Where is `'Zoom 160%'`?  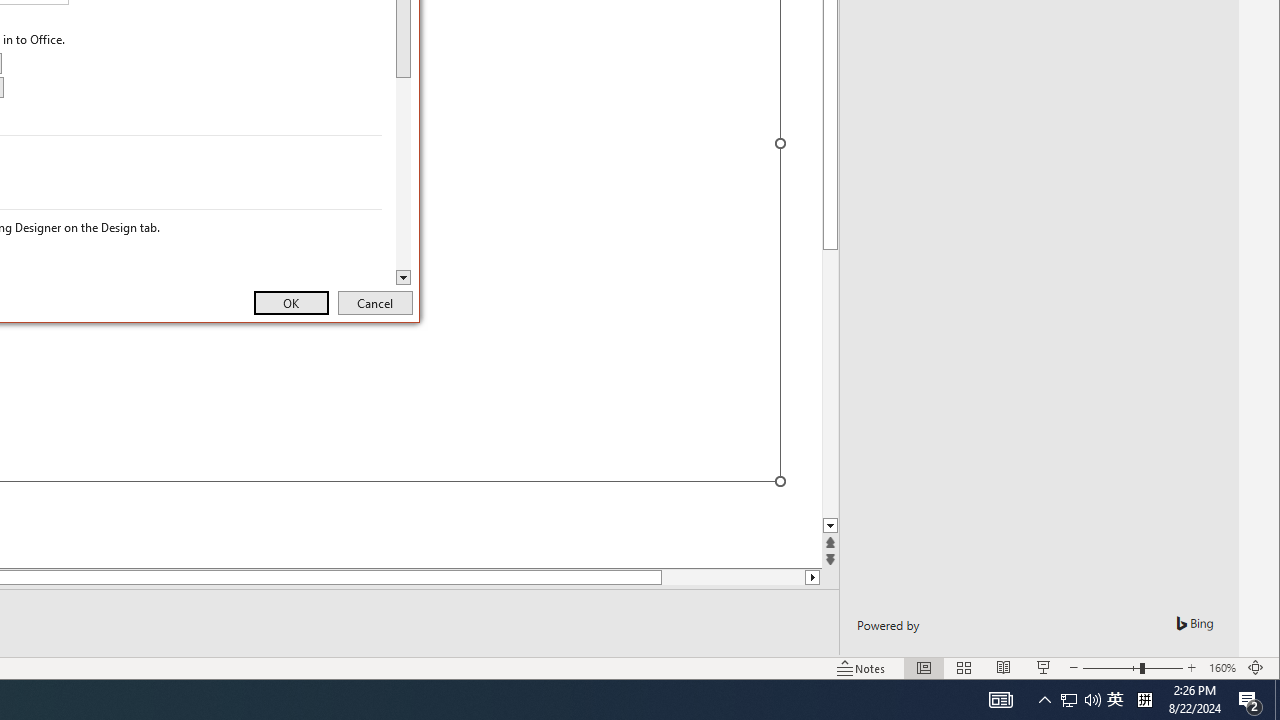
'Zoom 160%' is located at coordinates (1221, 668).